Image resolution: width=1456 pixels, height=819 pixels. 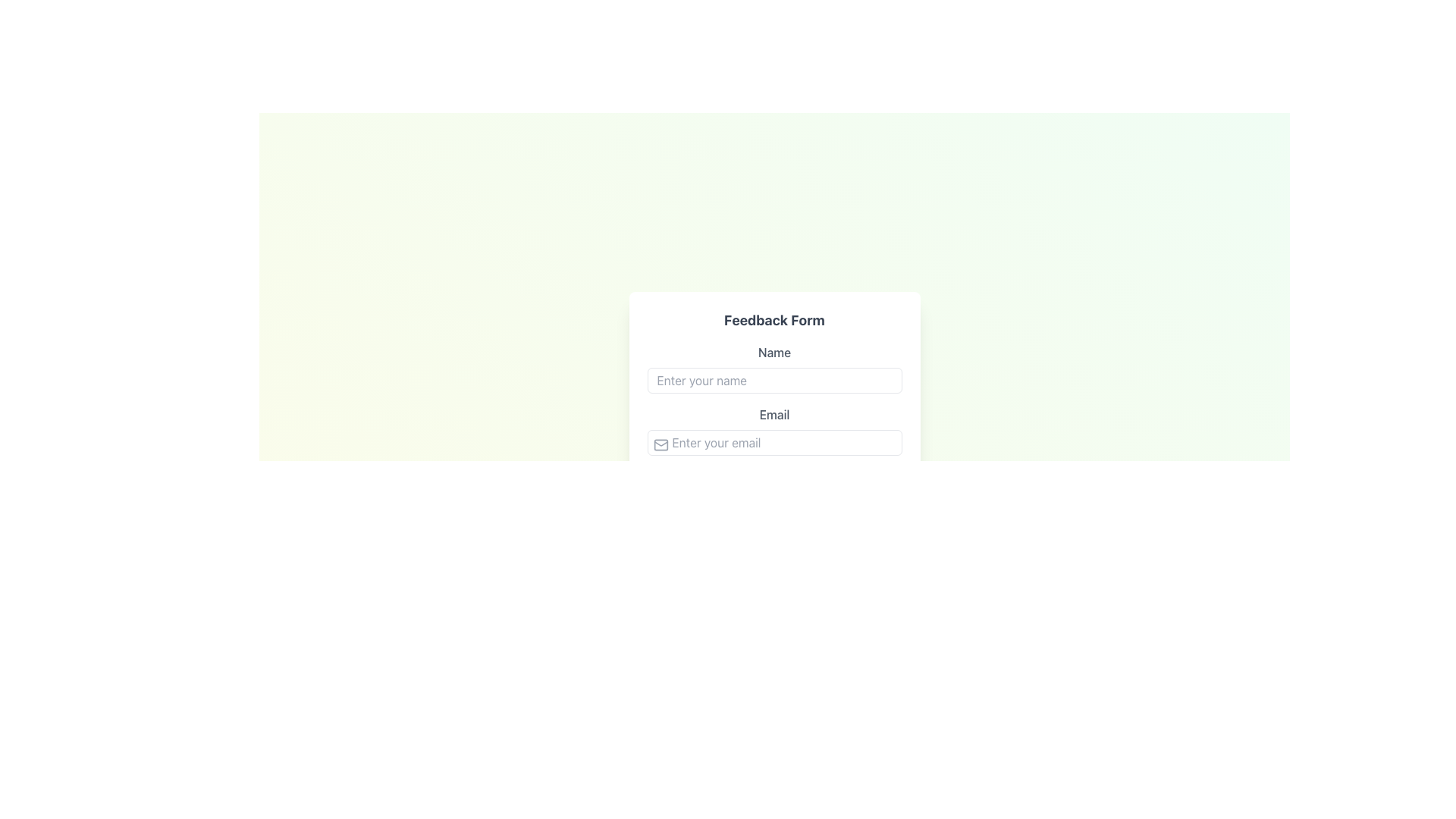 I want to click on the email icon located to the left of the email input field in the feedback form UI to visually reinforce its purpose, so click(x=661, y=444).